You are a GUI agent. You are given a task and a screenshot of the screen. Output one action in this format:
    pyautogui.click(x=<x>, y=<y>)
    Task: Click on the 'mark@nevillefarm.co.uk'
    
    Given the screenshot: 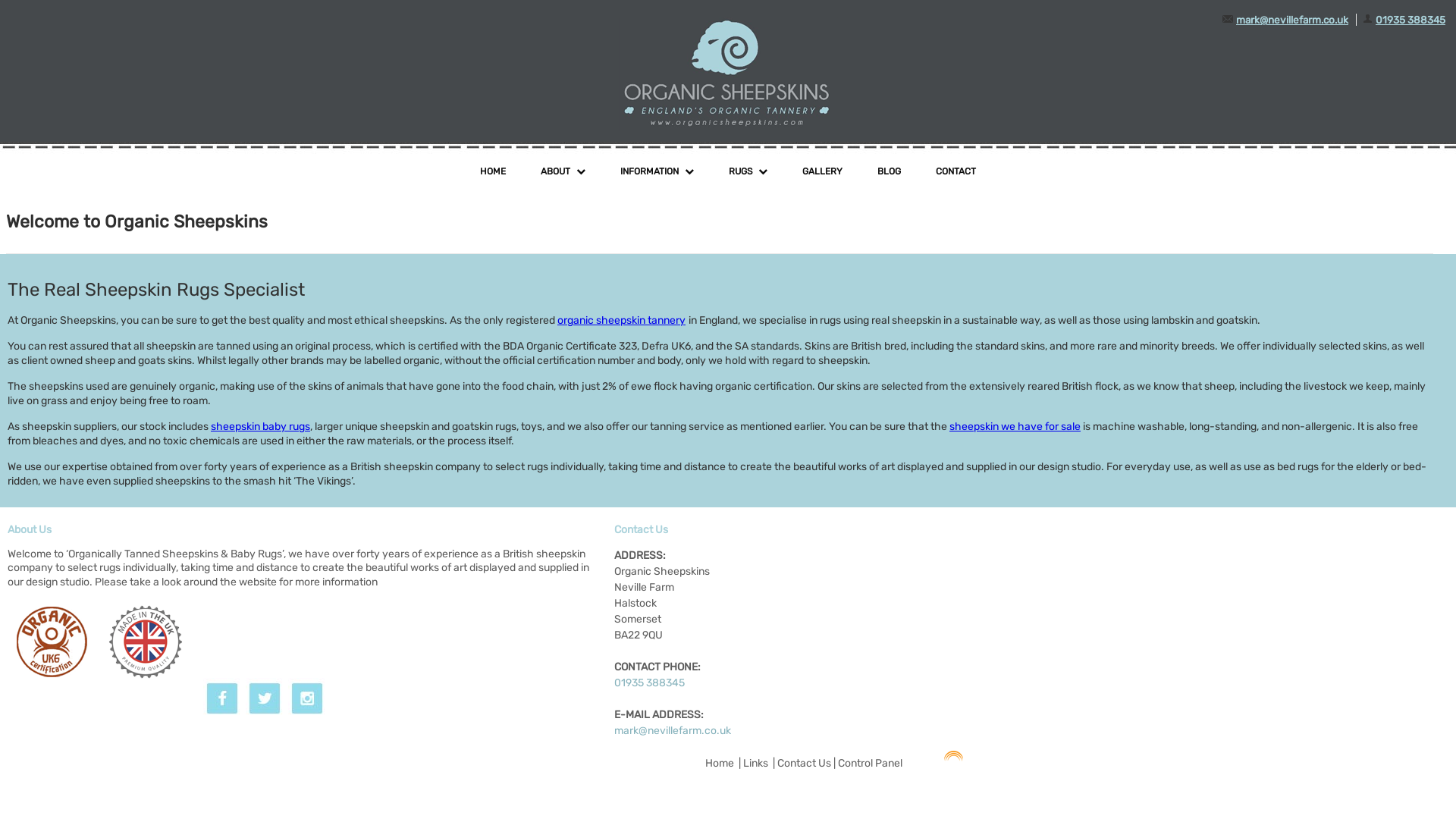 What is the action you would take?
    pyautogui.click(x=1236, y=20)
    